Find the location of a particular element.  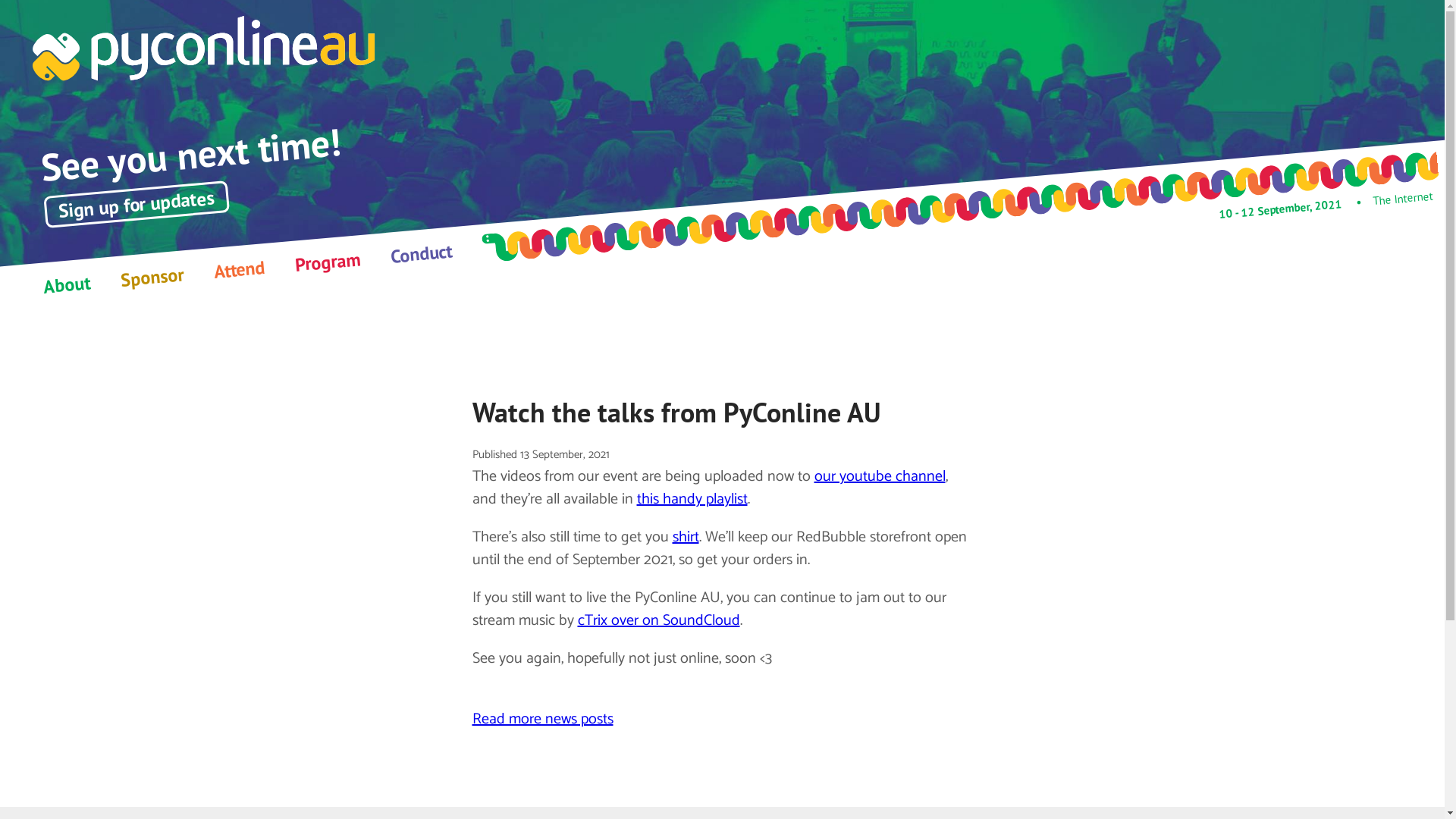

'Sponsor' is located at coordinates (151, 275).